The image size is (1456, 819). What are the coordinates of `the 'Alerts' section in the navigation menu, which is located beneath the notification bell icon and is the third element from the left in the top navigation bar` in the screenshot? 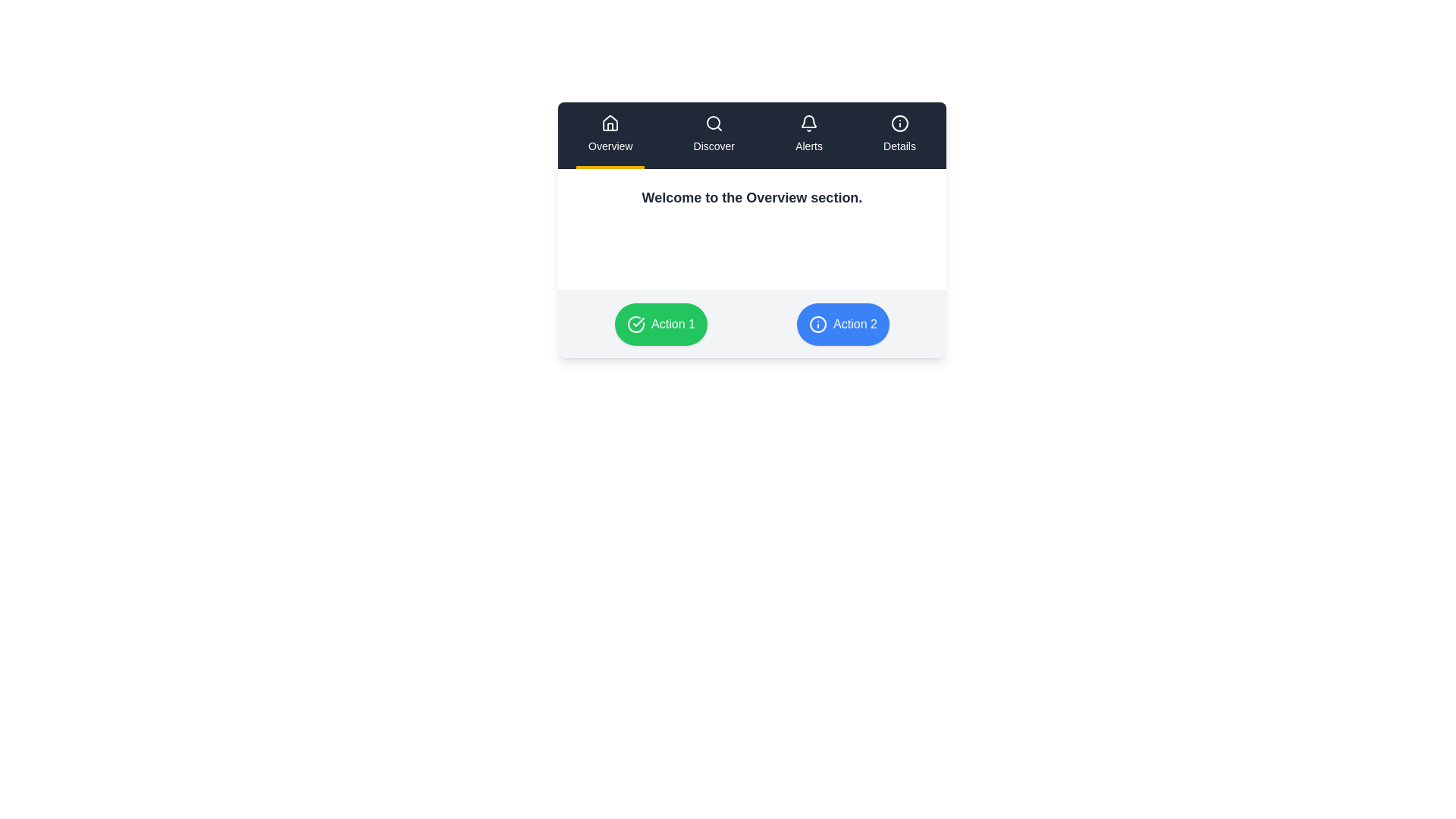 It's located at (808, 146).